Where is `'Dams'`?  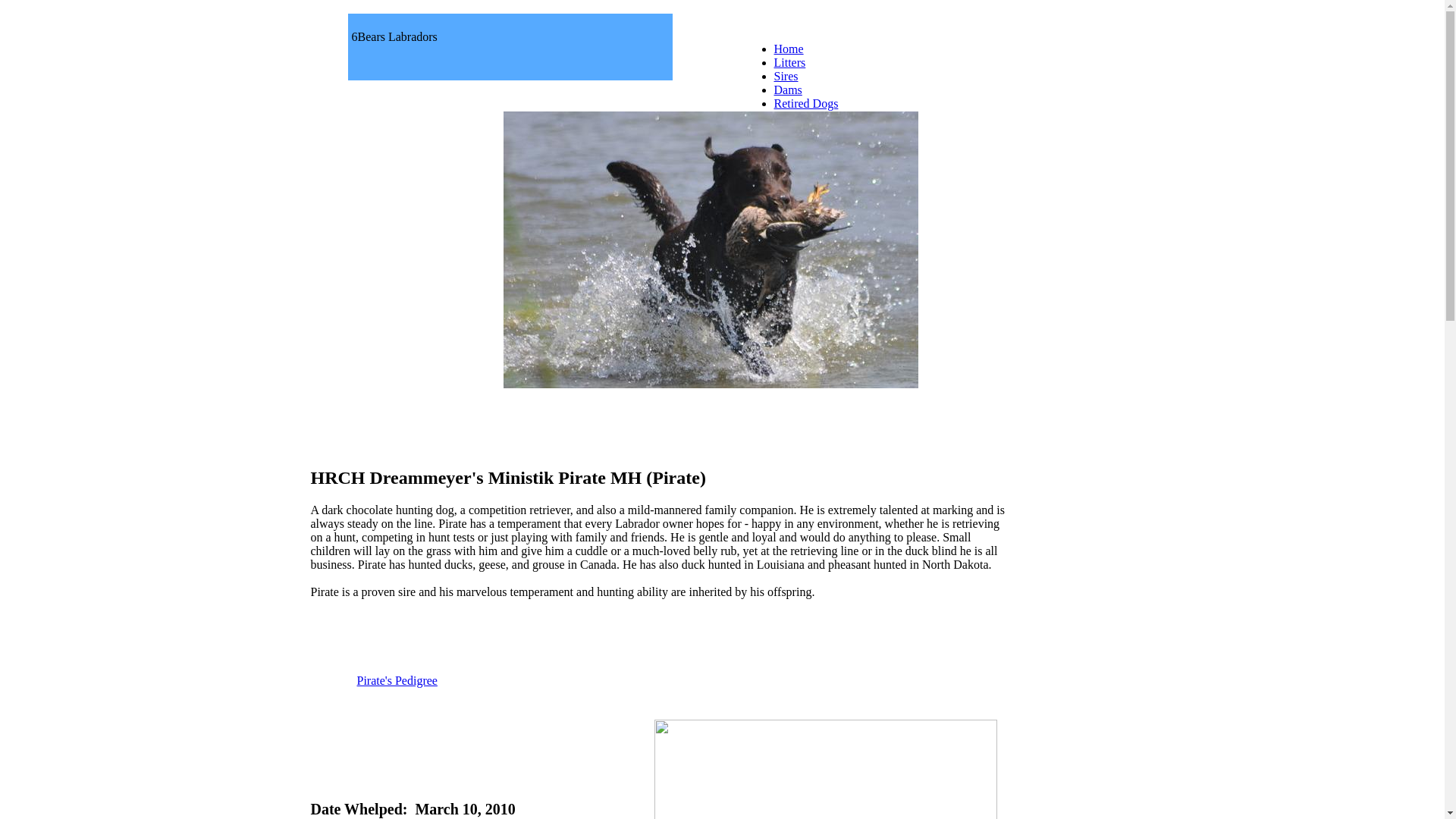
'Dams' is located at coordinates (787, 89).